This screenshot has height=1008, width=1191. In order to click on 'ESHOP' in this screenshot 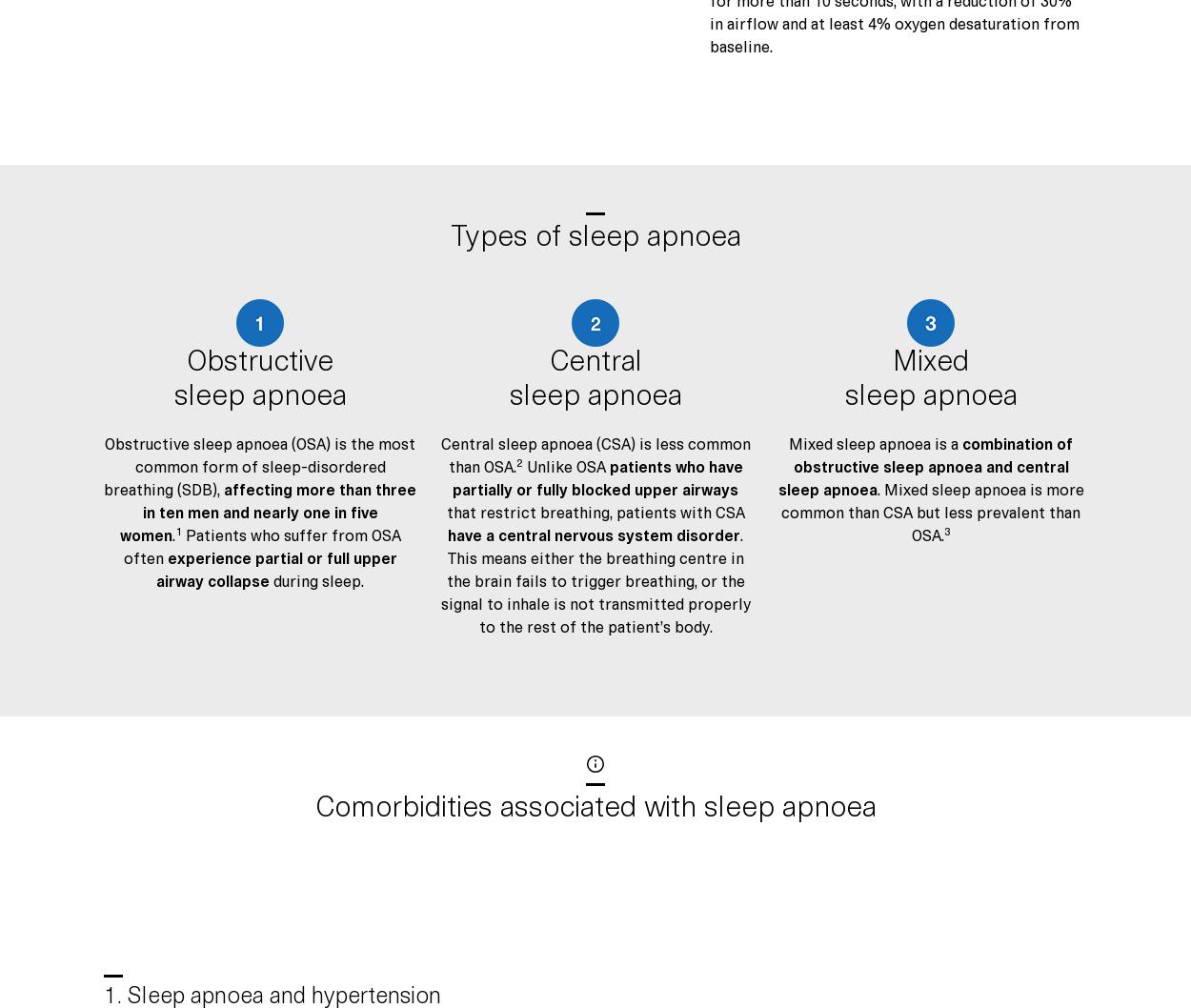, I will do `click(616, 825)`.